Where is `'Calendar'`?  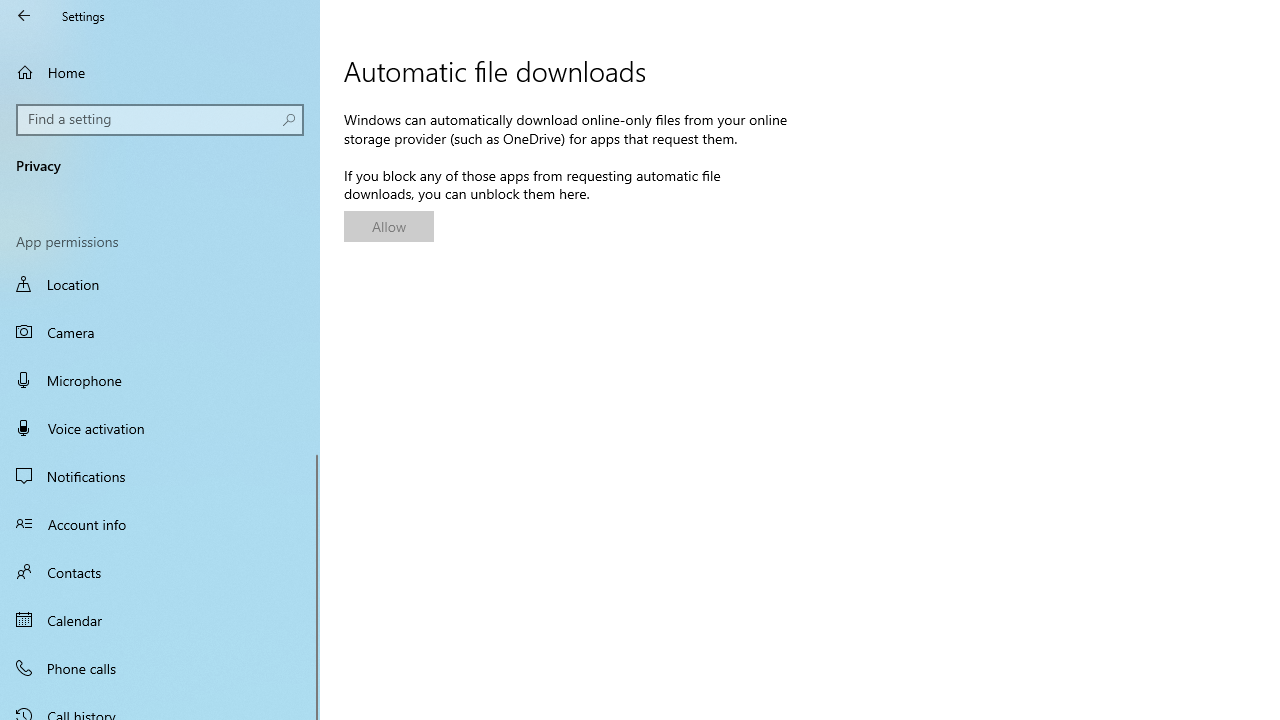 'Calendar' is located at coordinates (160, 618).